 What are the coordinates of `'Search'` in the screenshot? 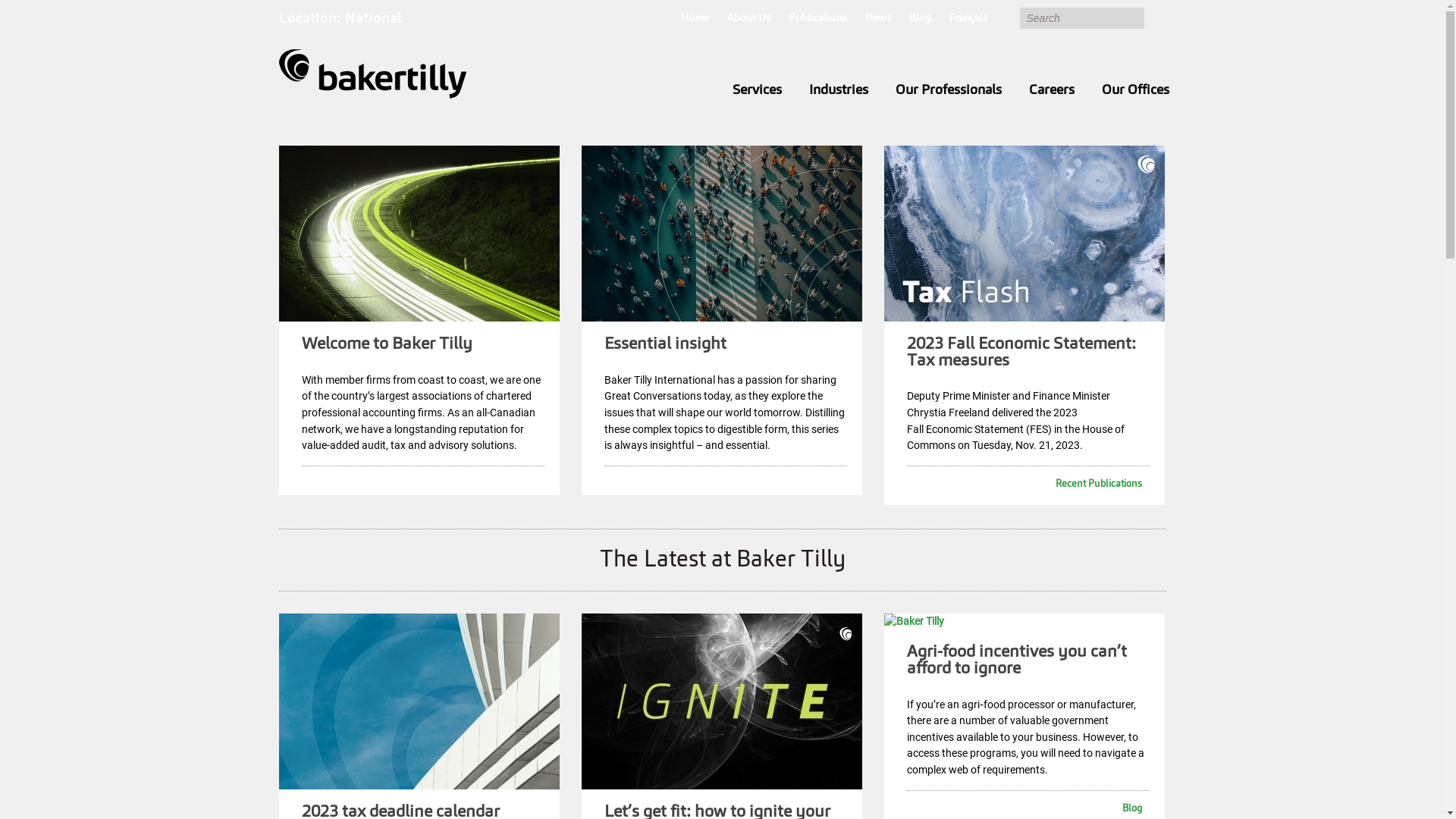 It's located at (1080, 17).